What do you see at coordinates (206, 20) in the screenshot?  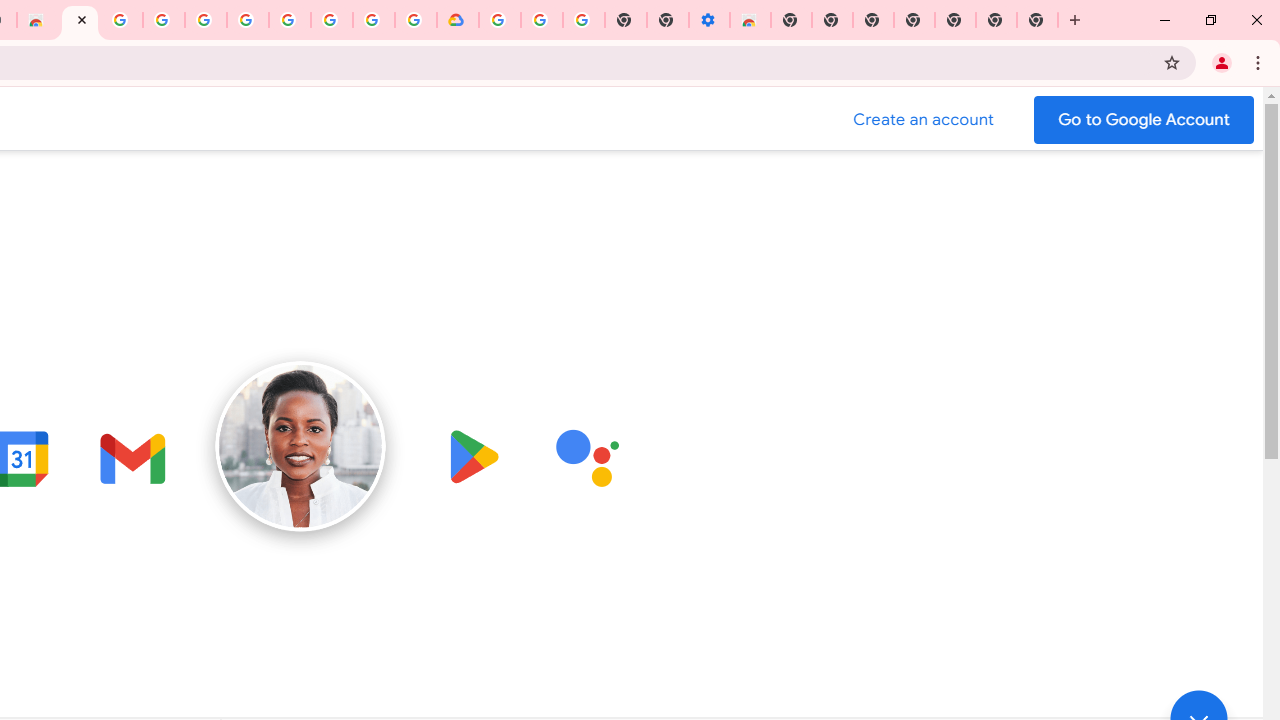 I see `'Sign in - Google Accounts'` at bounding box center [206, 20].